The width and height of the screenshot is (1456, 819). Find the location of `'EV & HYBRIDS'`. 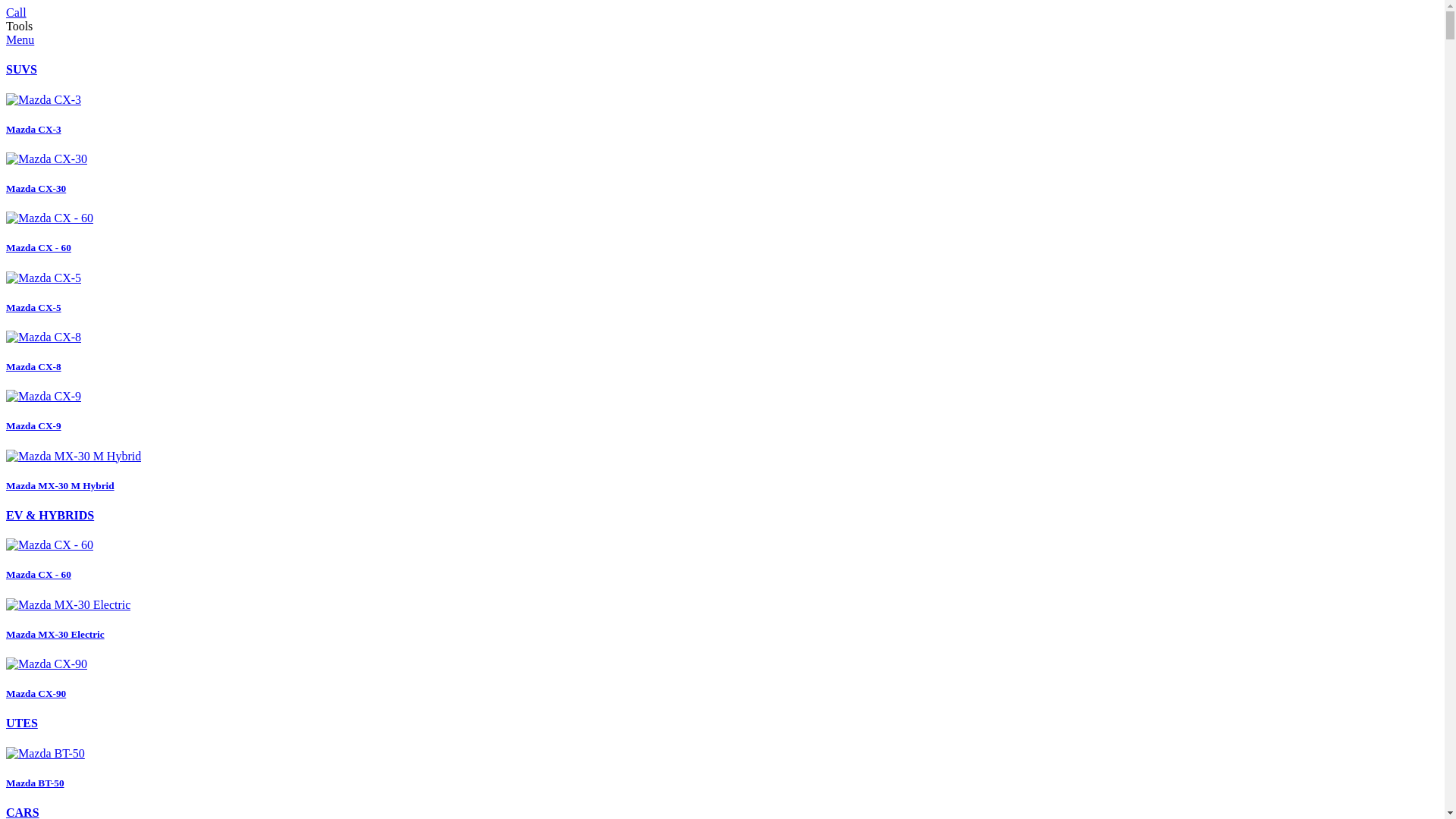

'EV & HYBRIDS' is located at coordinates (50, 514).